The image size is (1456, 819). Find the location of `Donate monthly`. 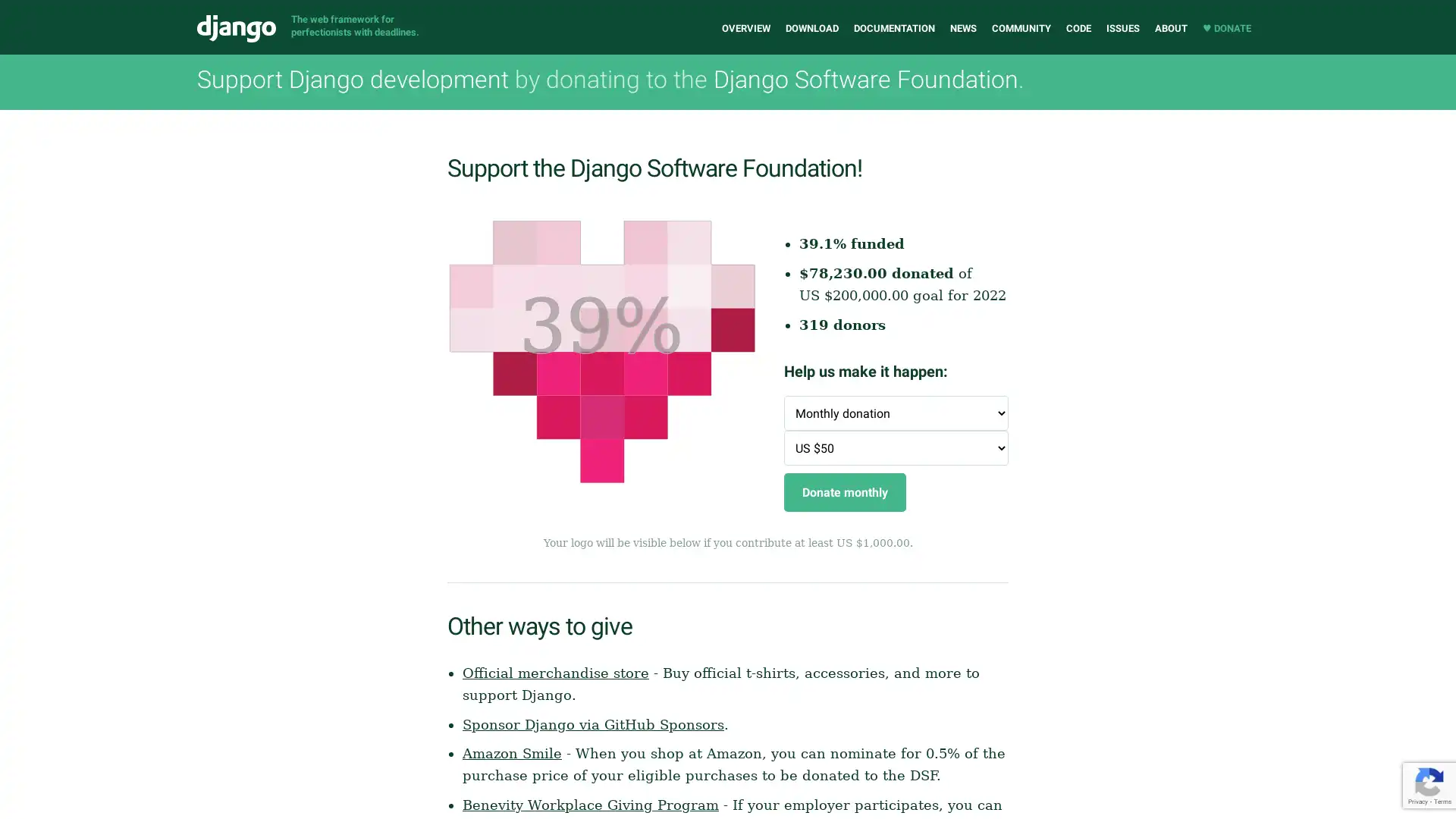

Donate monthly is located at coordinates (844, 492).